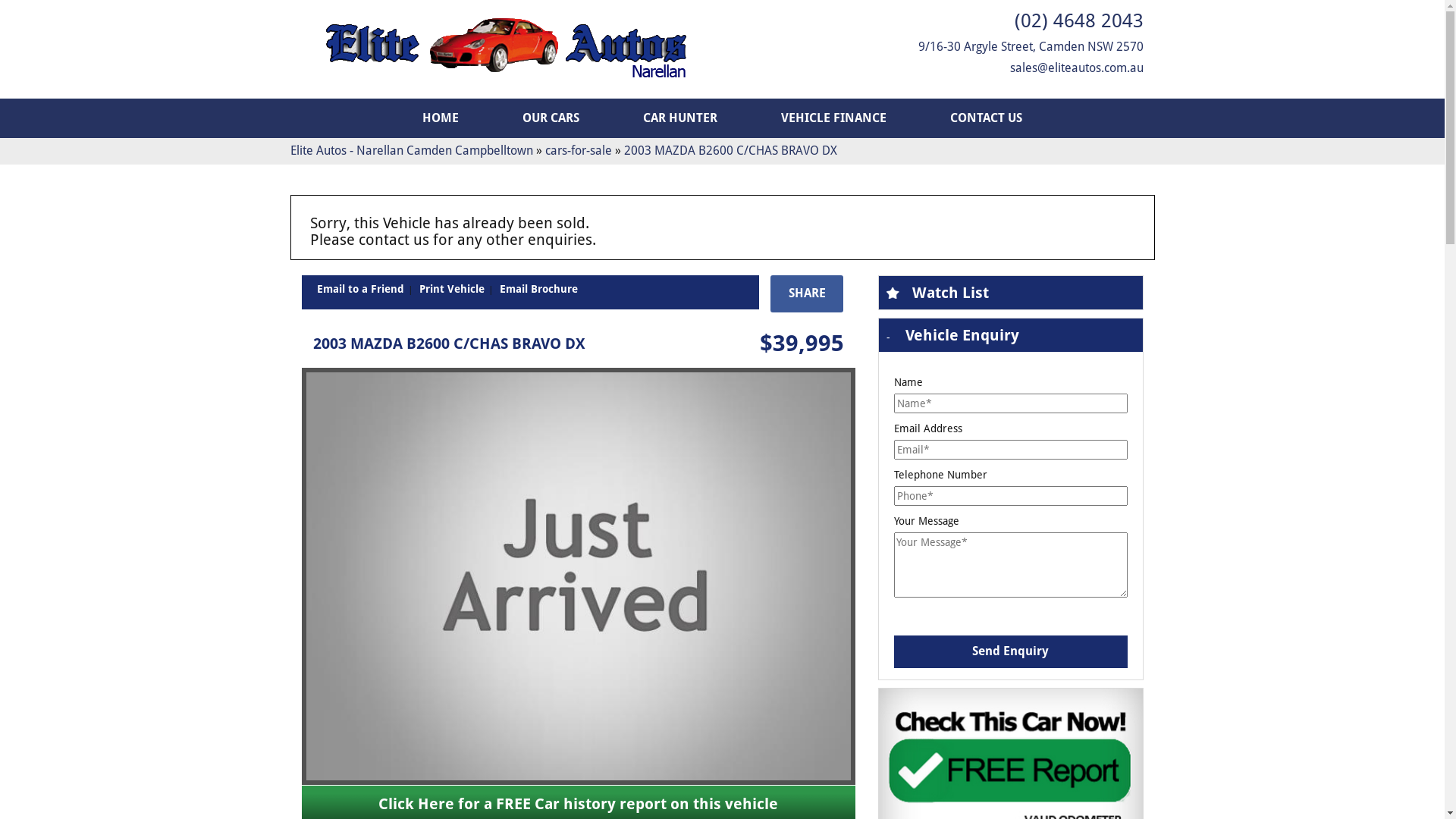 The height and width of the screenshot is (819, 1456). I want to click on 'HOME', so click(392, 117).